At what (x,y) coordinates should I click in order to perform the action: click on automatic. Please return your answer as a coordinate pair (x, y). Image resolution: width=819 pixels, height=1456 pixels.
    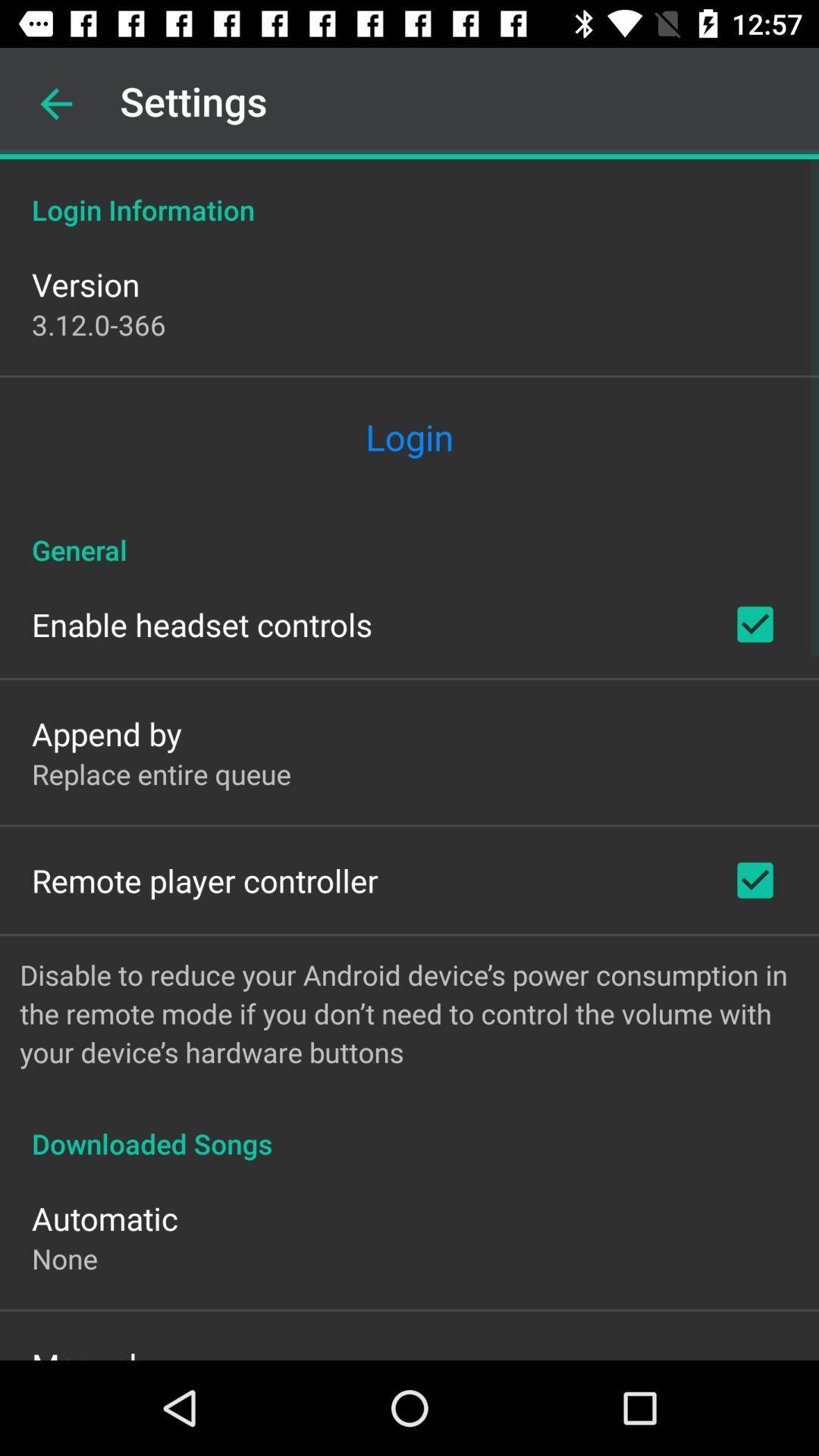
    Looking at the image, I should click on (104, 1218).